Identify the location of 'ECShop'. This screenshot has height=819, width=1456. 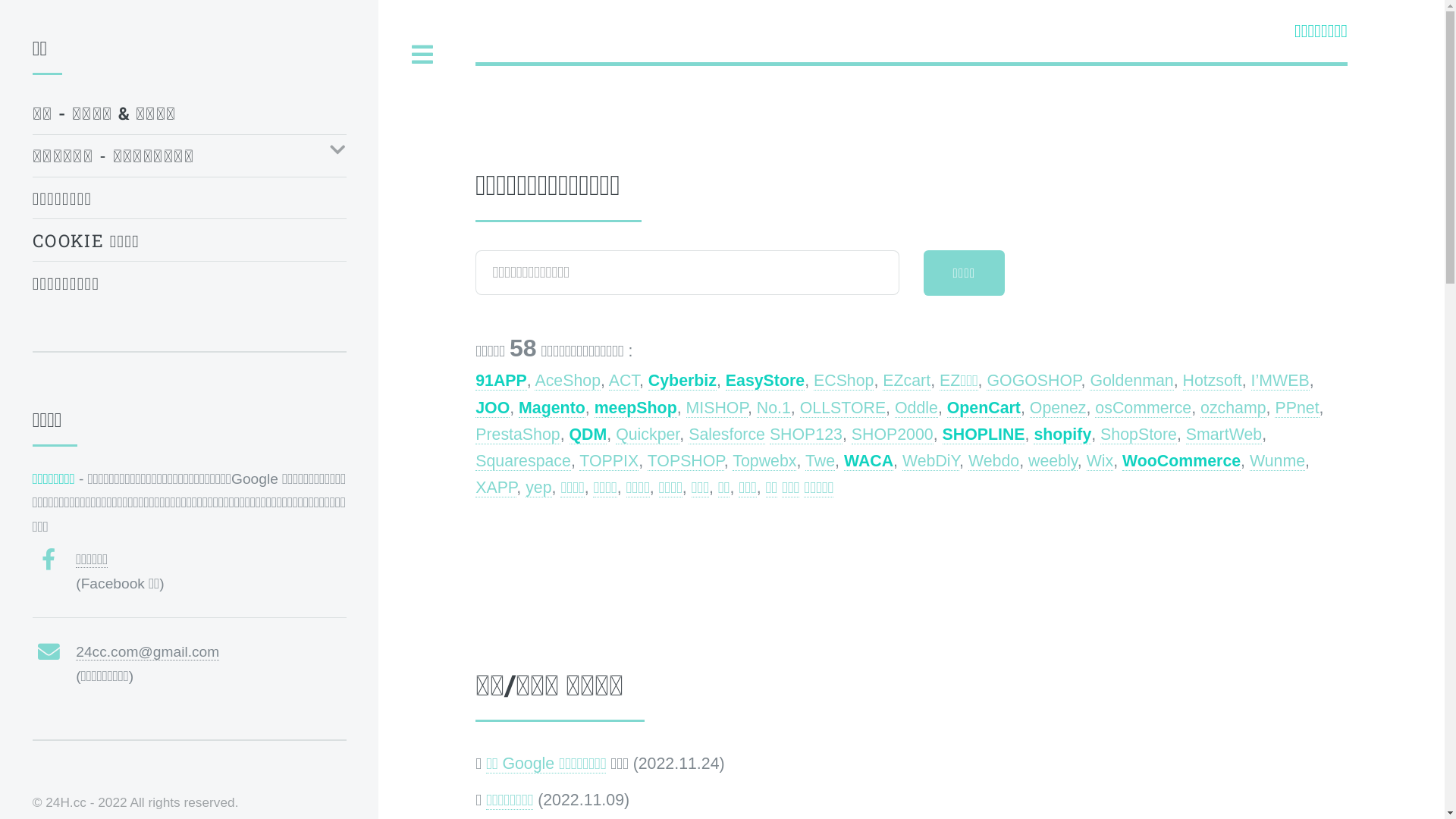
(843, 380).